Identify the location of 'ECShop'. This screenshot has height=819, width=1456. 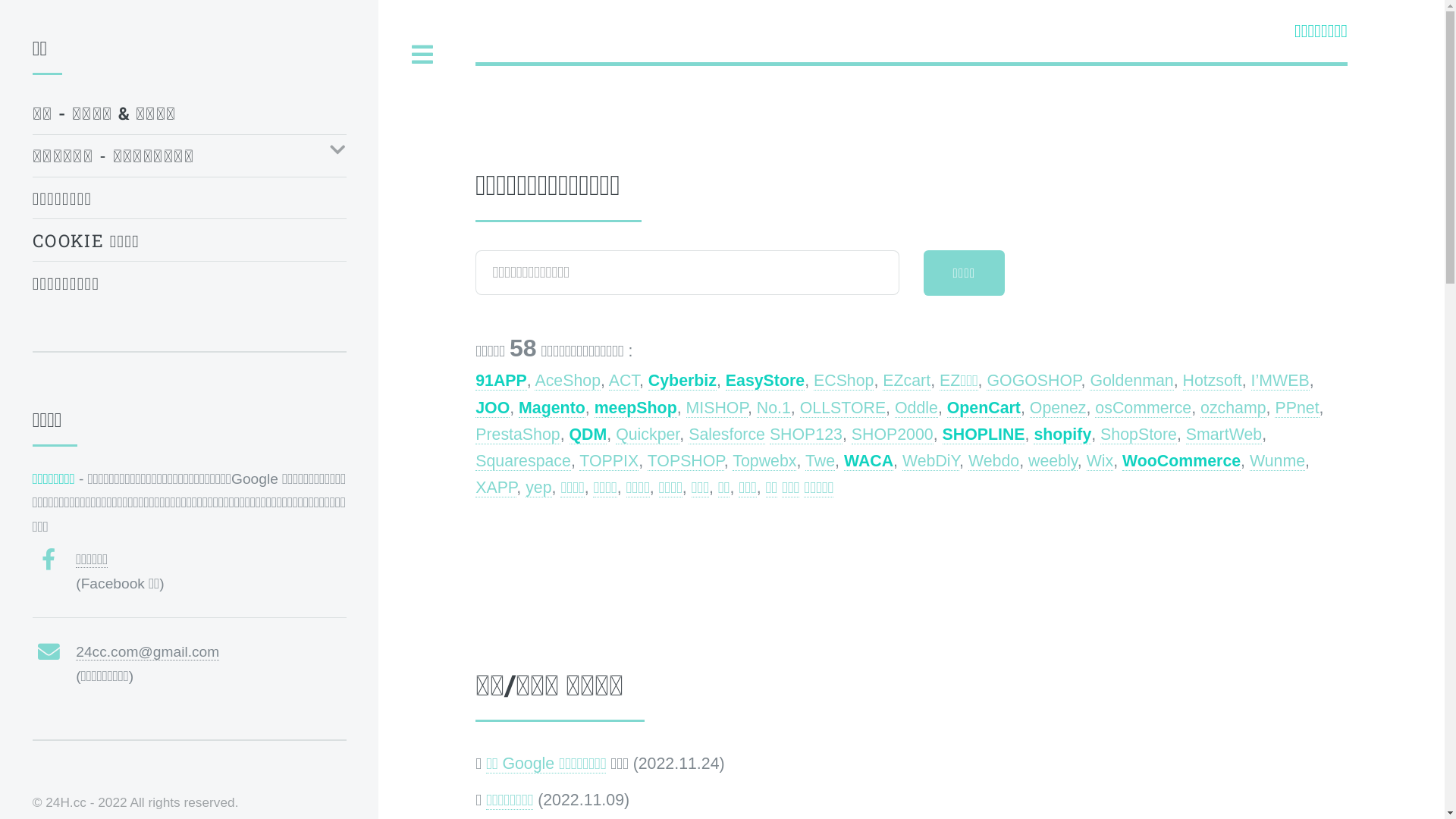
(843, 380).